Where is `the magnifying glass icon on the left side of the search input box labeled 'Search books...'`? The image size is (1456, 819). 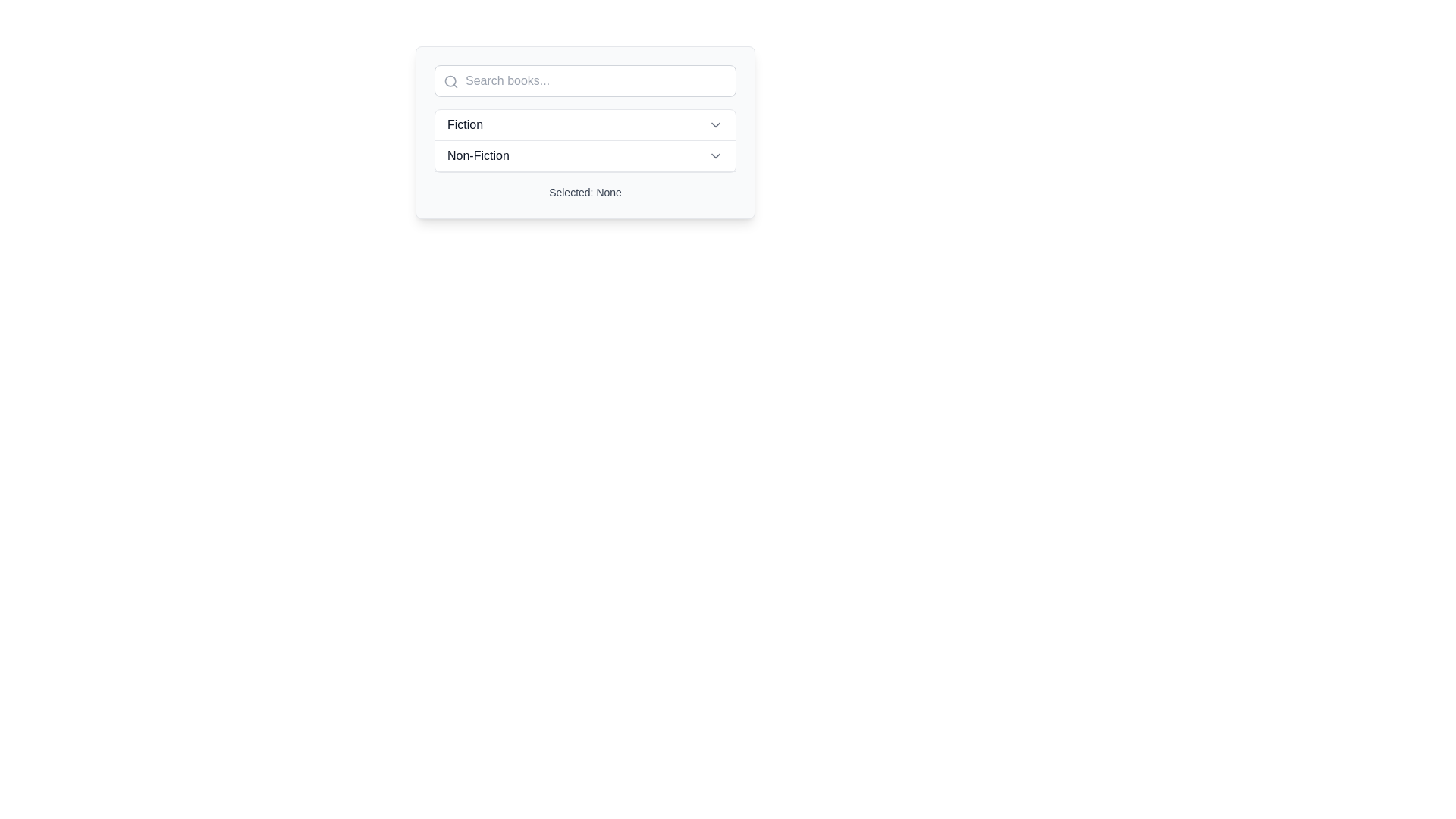
the magnifying glass icon on the left side of the search input box labeled 'Search books...' is located at coordinates (450, 82).